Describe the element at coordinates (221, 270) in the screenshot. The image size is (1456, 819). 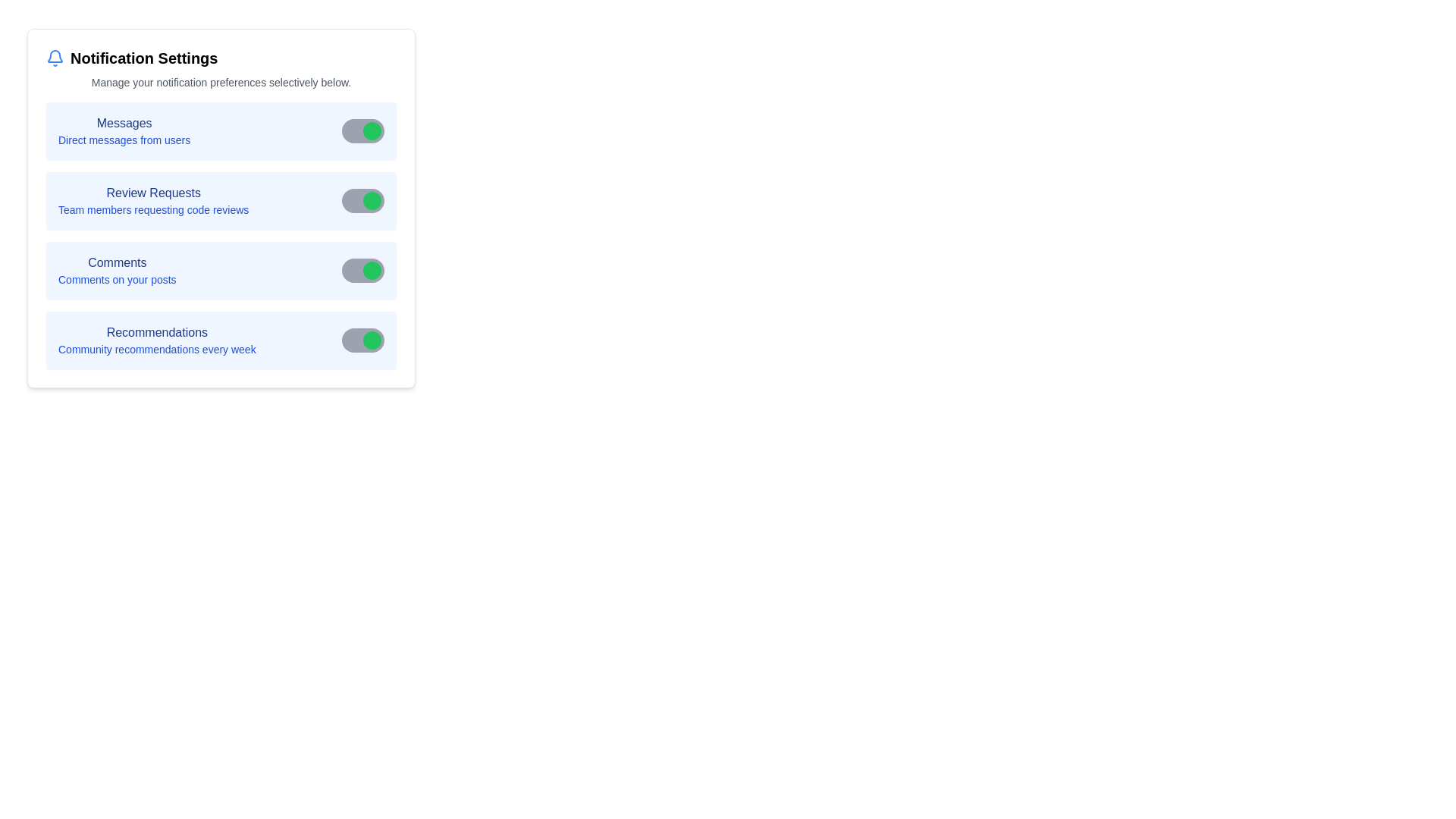
I see `the toggle switch for the 'Comments' notification setting, which is the third item in the notification settings panel` at that location.